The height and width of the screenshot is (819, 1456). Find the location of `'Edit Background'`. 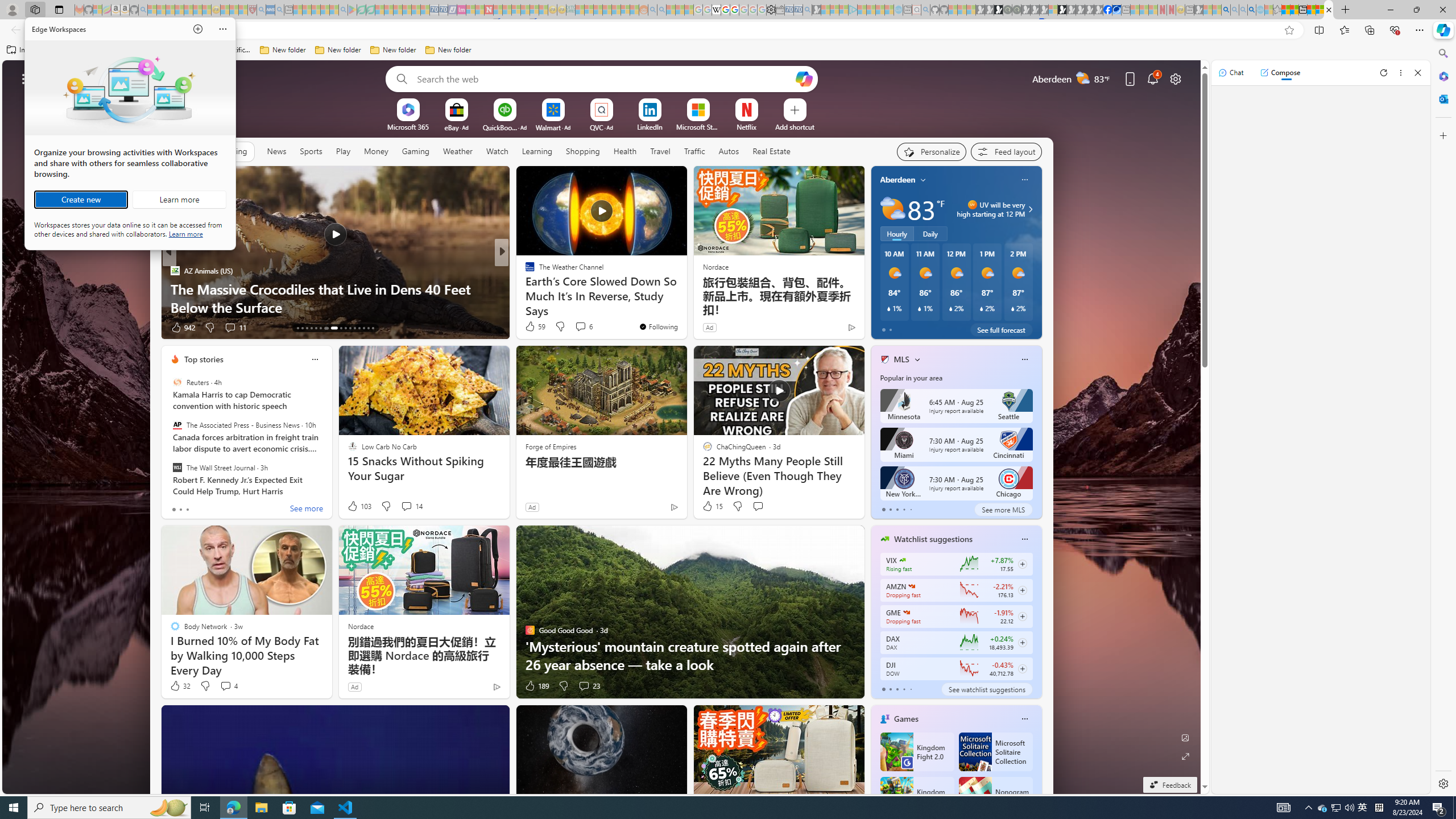

'Edit Background' is located at coordinates (1185, 737).